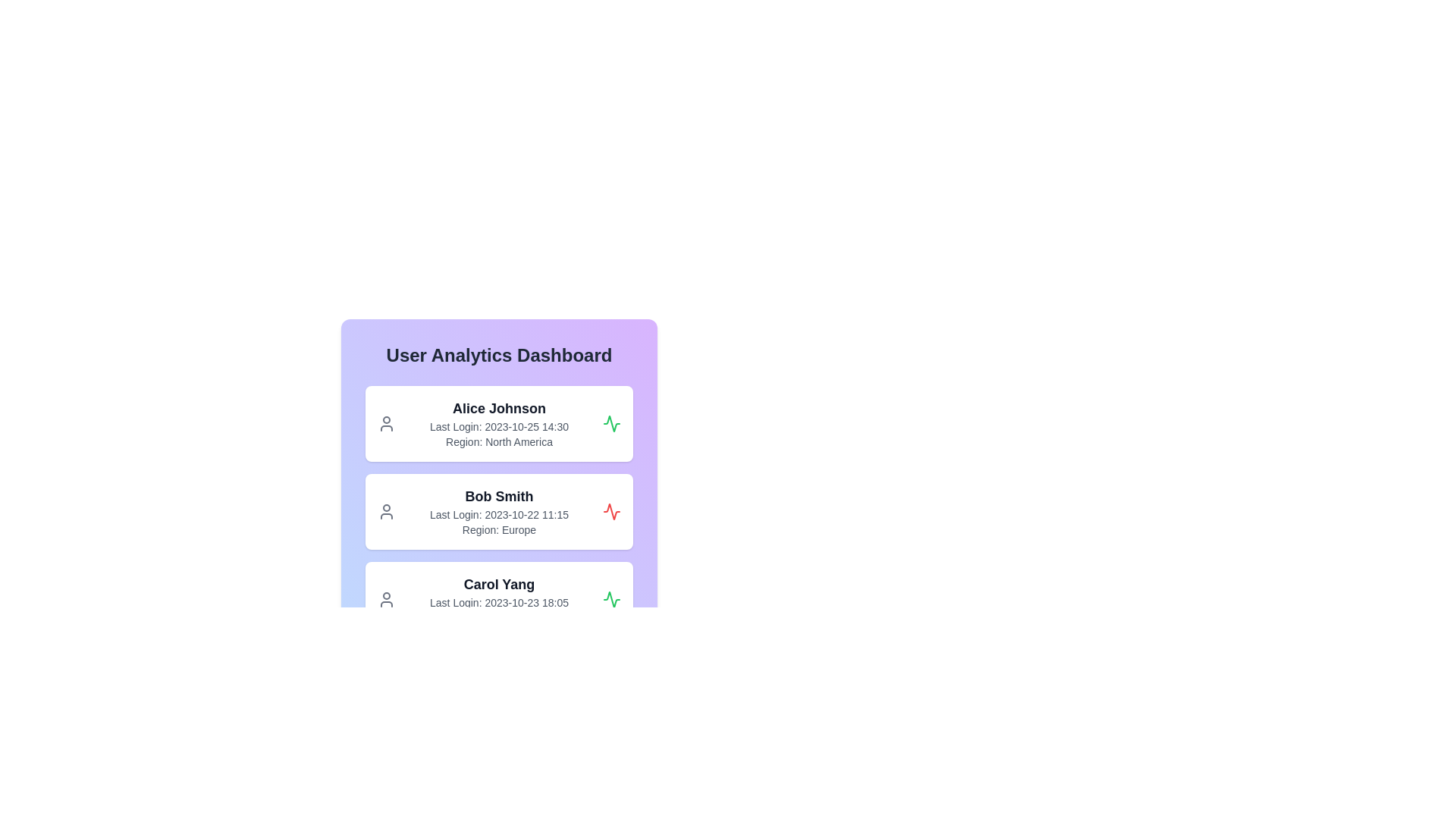 The width and height of the screenshot is (1456, 819). What do you see at coordinates (499, 427) in the screenshot?
I see `the text label displaying 'Last Login: 2023-10-25 14:30' within the user information card in the User Analytics Dashboard` at bounding box center [499, 427].